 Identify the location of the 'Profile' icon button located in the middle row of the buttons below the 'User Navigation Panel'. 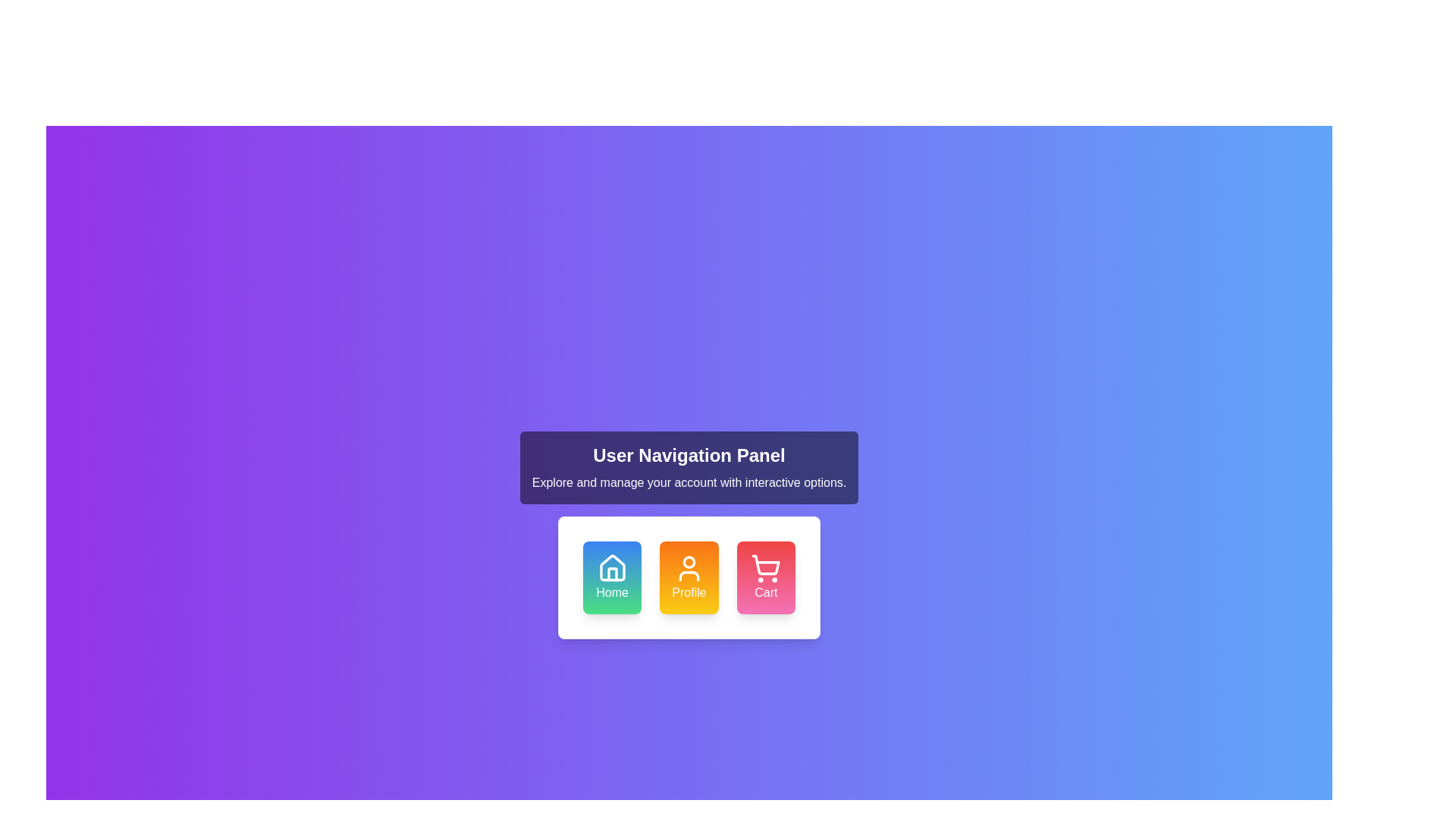
(688, 568).